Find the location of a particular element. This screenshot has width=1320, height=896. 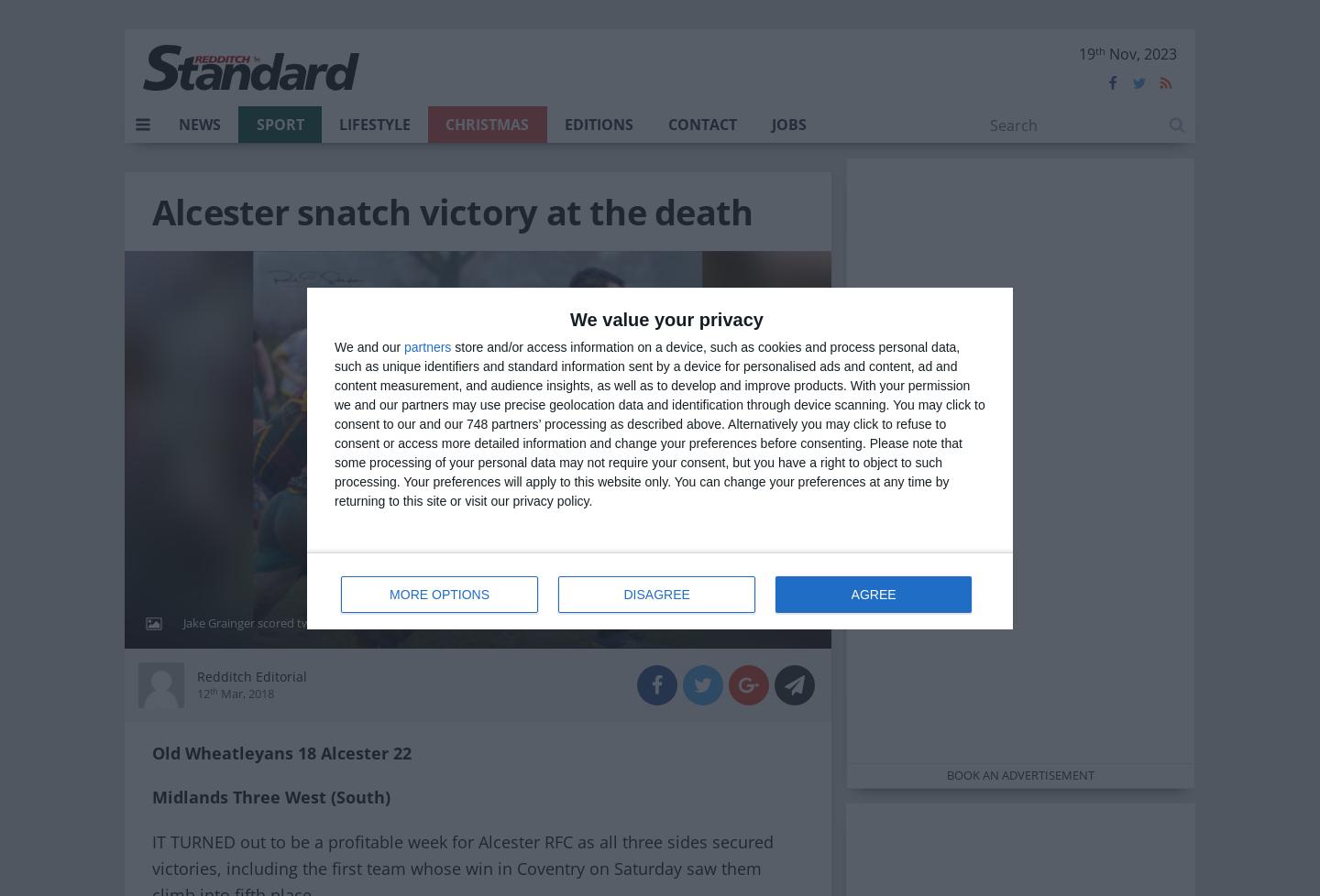

'LifeStyle' is located at coordinates (372, 125).